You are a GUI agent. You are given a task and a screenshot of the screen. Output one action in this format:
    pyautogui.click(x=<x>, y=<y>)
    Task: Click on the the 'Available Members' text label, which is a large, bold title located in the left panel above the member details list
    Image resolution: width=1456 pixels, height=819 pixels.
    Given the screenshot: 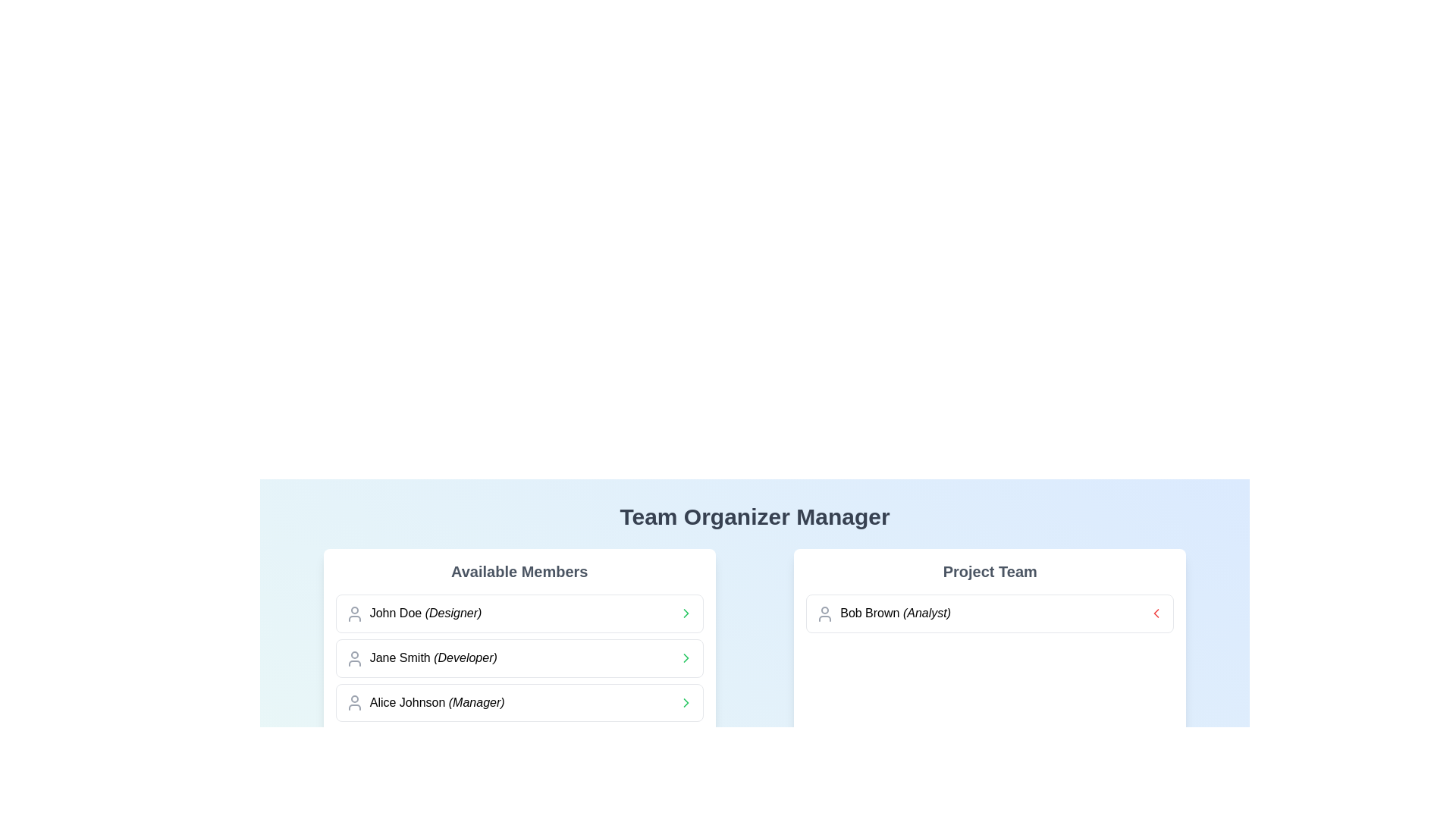 What is the action you would take?
    pyautogui.click(x=519, y=571)
    